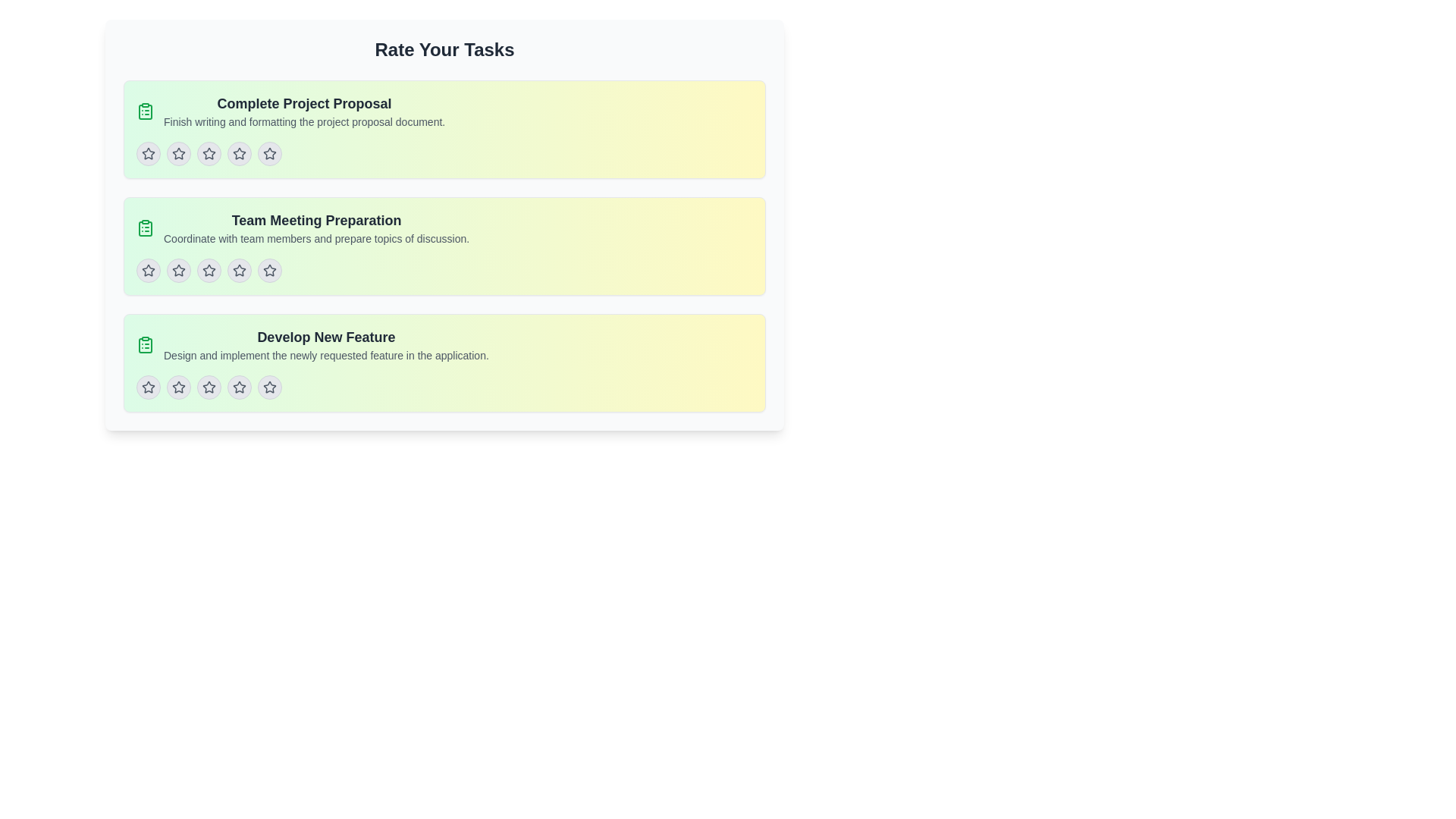  Describe the element at coordinates (325, 345) in the screenshot. I see `the text block that displays 'Develop New Feature'` at that location.